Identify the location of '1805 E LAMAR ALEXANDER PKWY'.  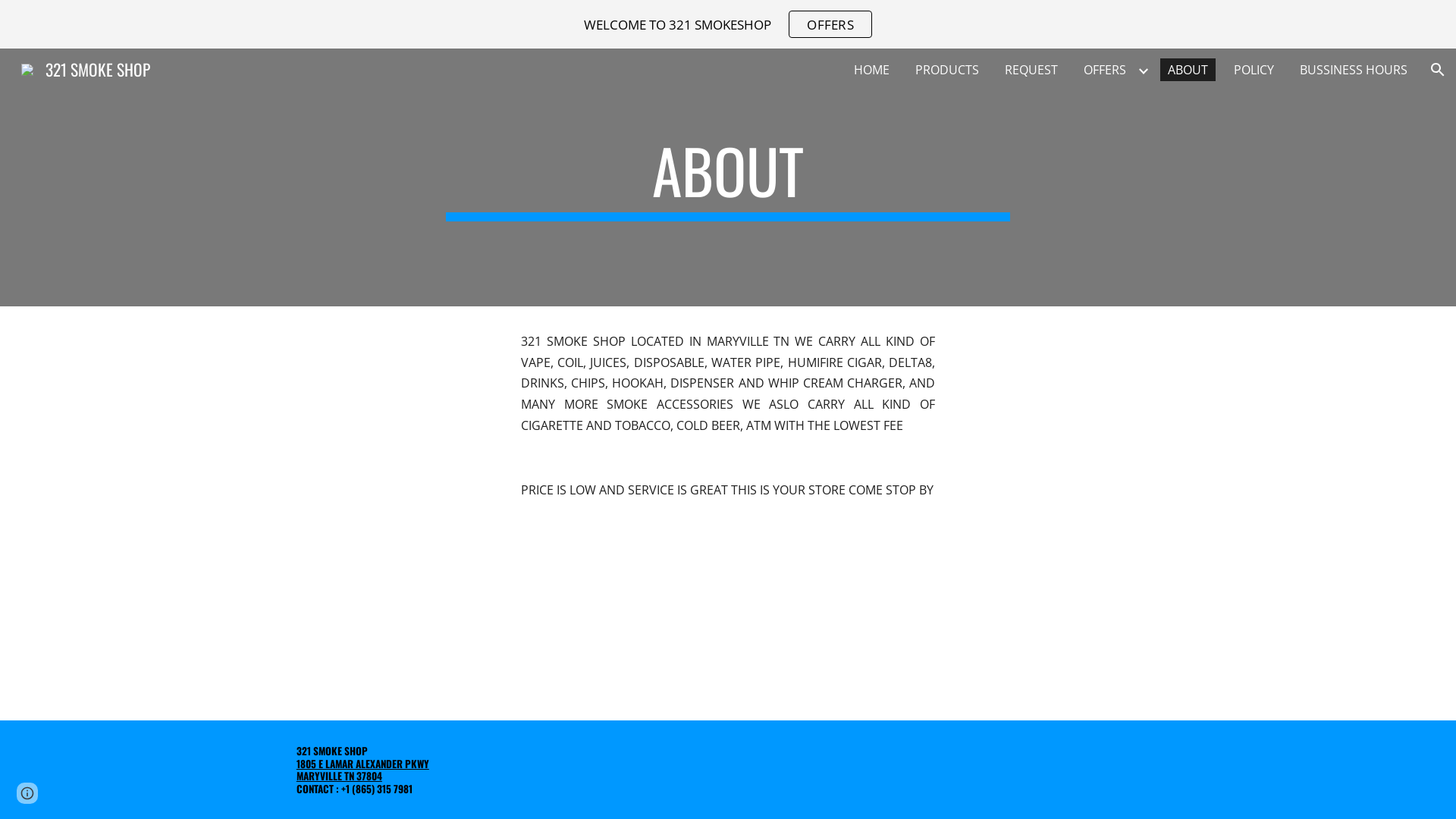
(362, 764).